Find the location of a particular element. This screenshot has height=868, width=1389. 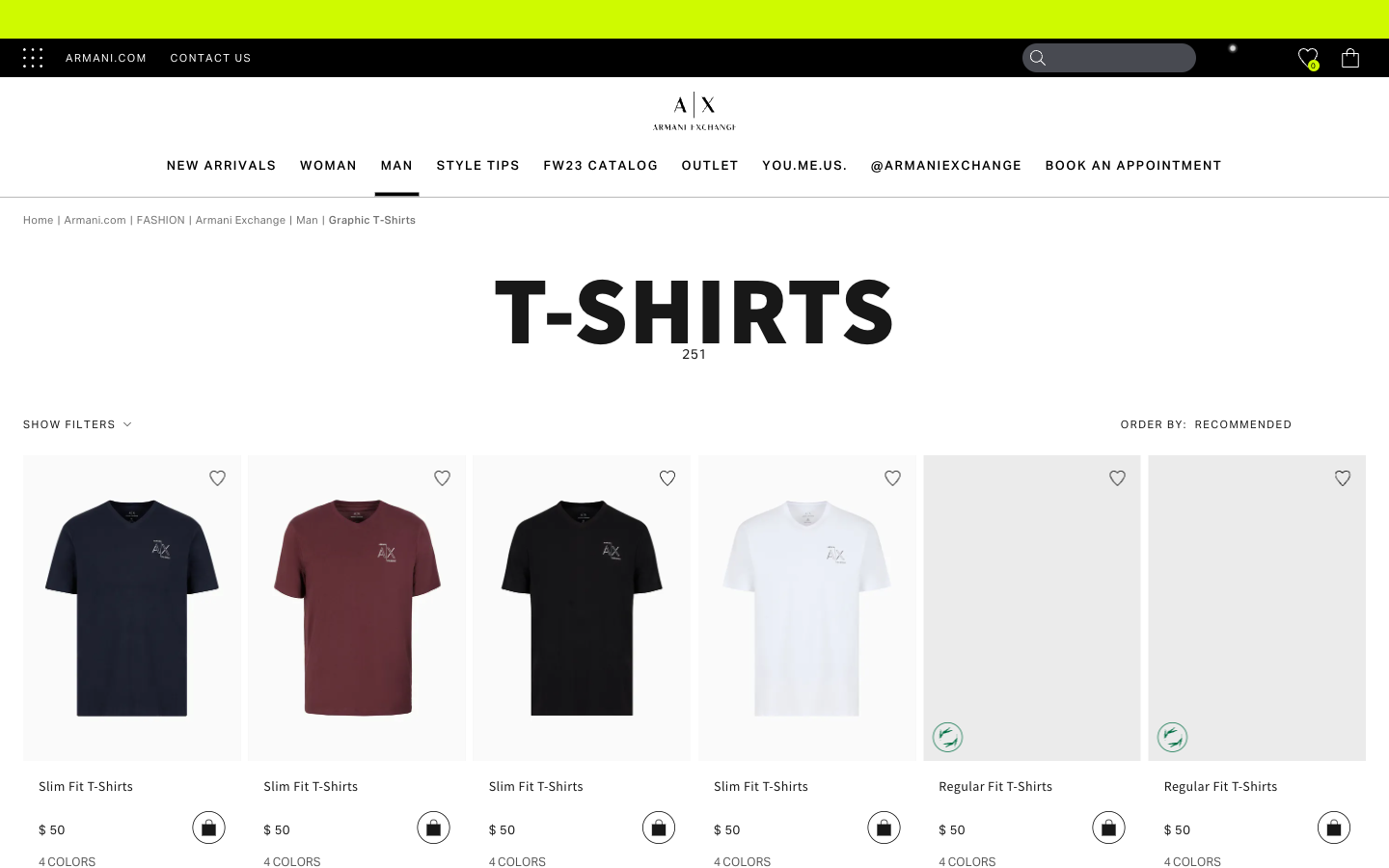

and click on @ArmaniExchange from the top menu to go to that section is located at coordinates (945, 165).